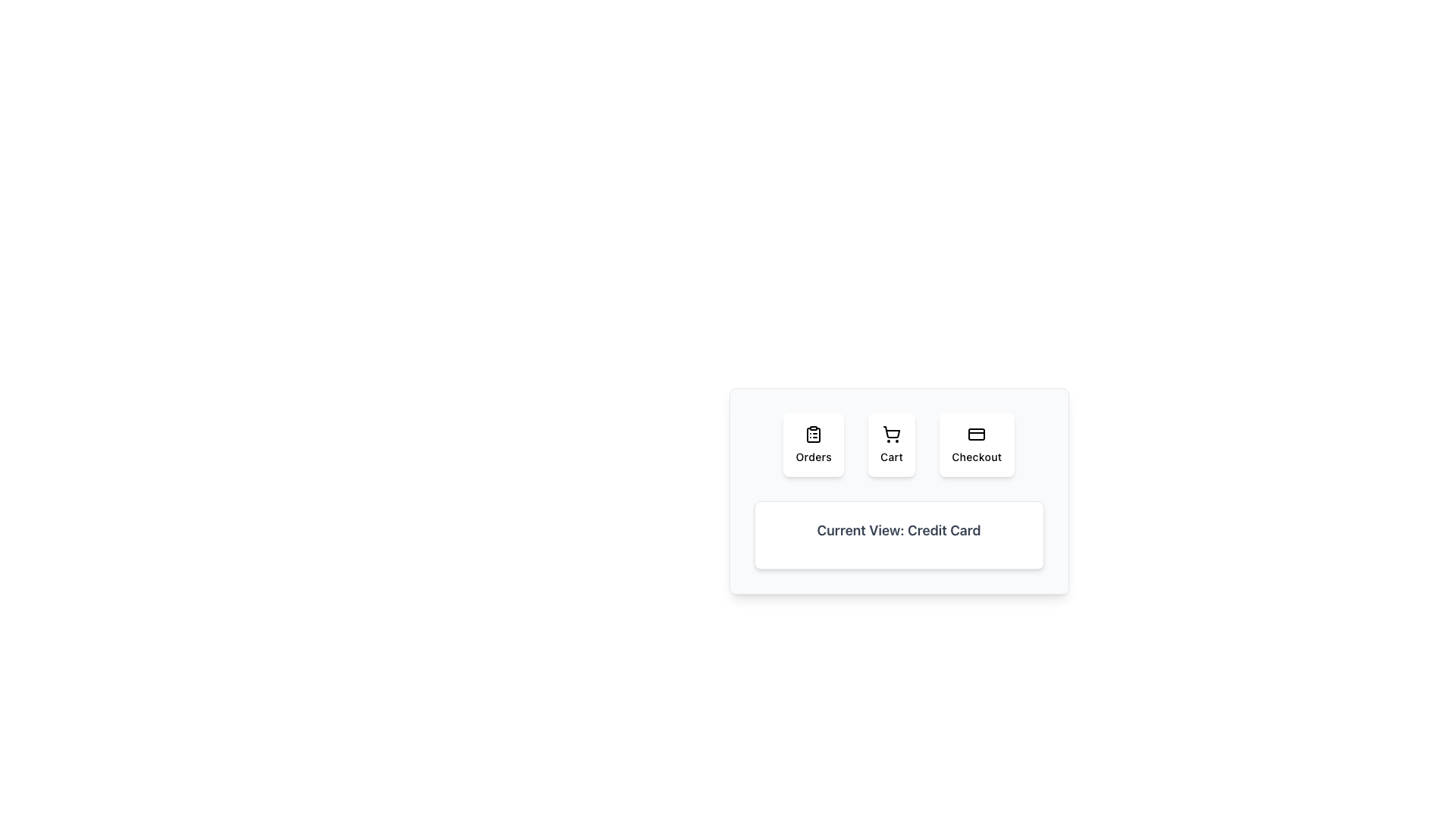 The height and width of the screenshot is (819, 1456). What do you see at coordinates (977, 435) in the screenshot?
I see `the main rectangular body of the credit card icon, which visually represents the body of a credit card in the Checkout icon` at bounding box center [977, 435].